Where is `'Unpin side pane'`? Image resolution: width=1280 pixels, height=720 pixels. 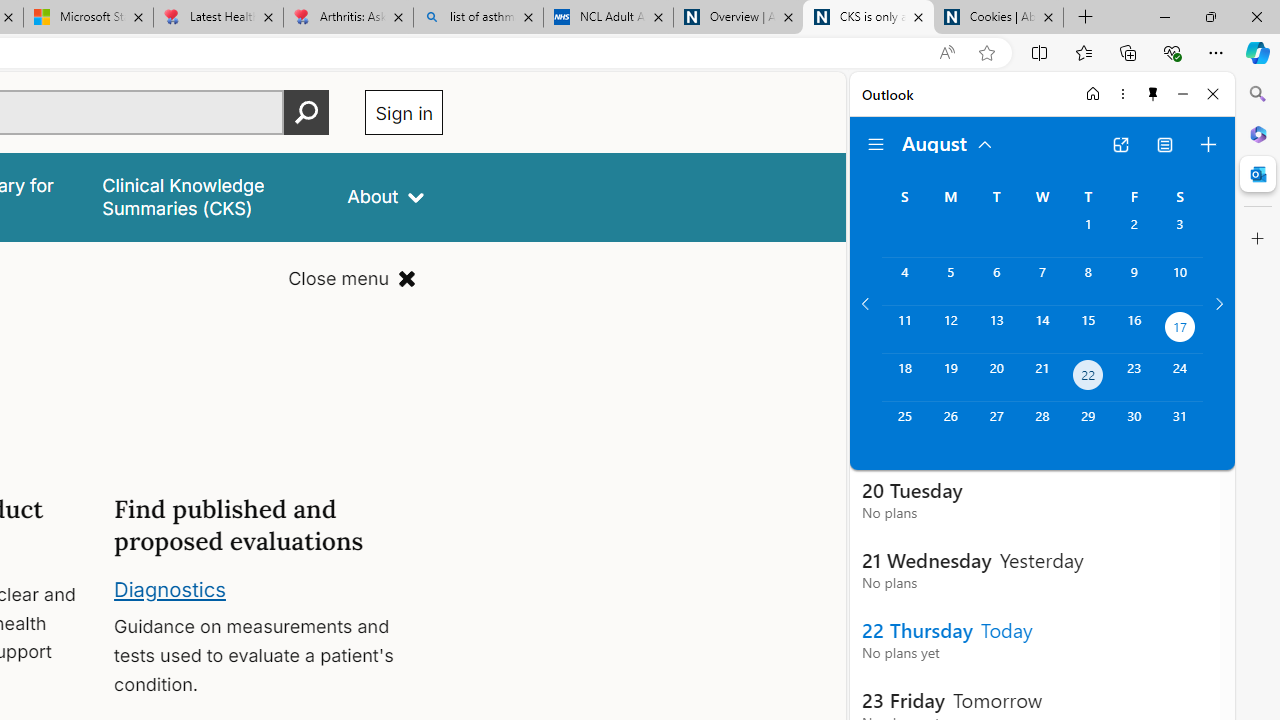 'Unpin side pane' is located at coordinates (1153, 93).